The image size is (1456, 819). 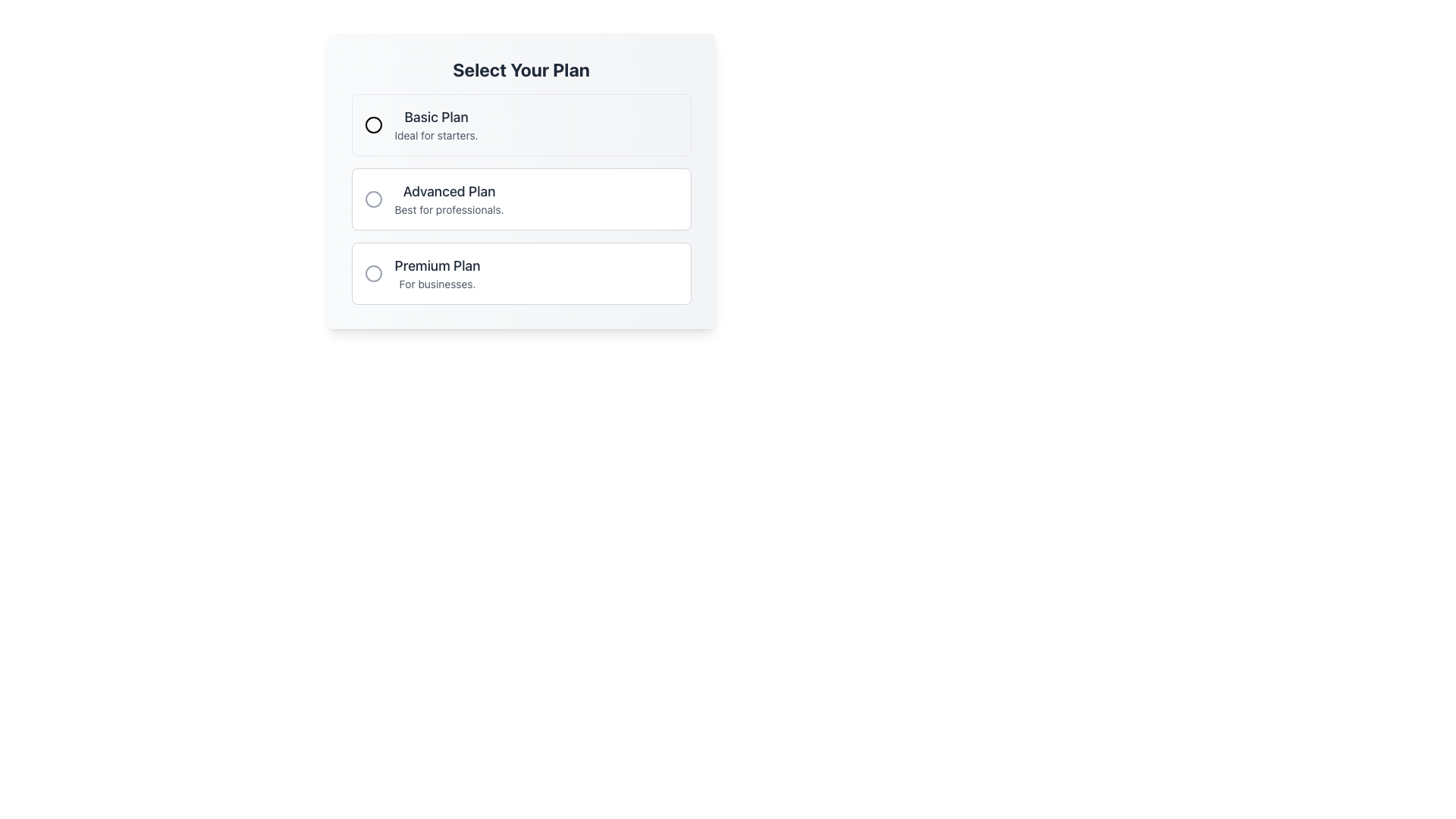 I want to click on information displayed in the 'Advanced Plan' text block element, which includes the title 'Advanced Plan' and the description 'Best for professionals.', so click(x=448, y=198).